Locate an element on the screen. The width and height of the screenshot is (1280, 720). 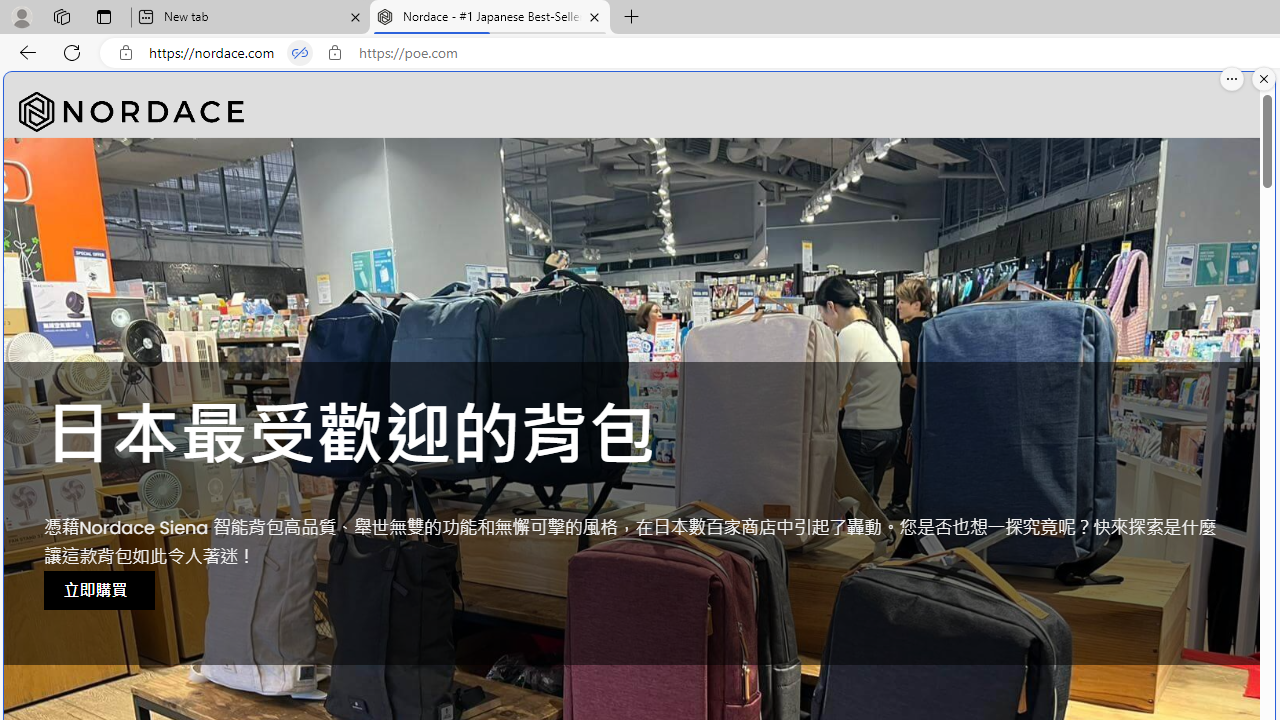
'Tabs in split screen' is located at coordinates (299, 52).